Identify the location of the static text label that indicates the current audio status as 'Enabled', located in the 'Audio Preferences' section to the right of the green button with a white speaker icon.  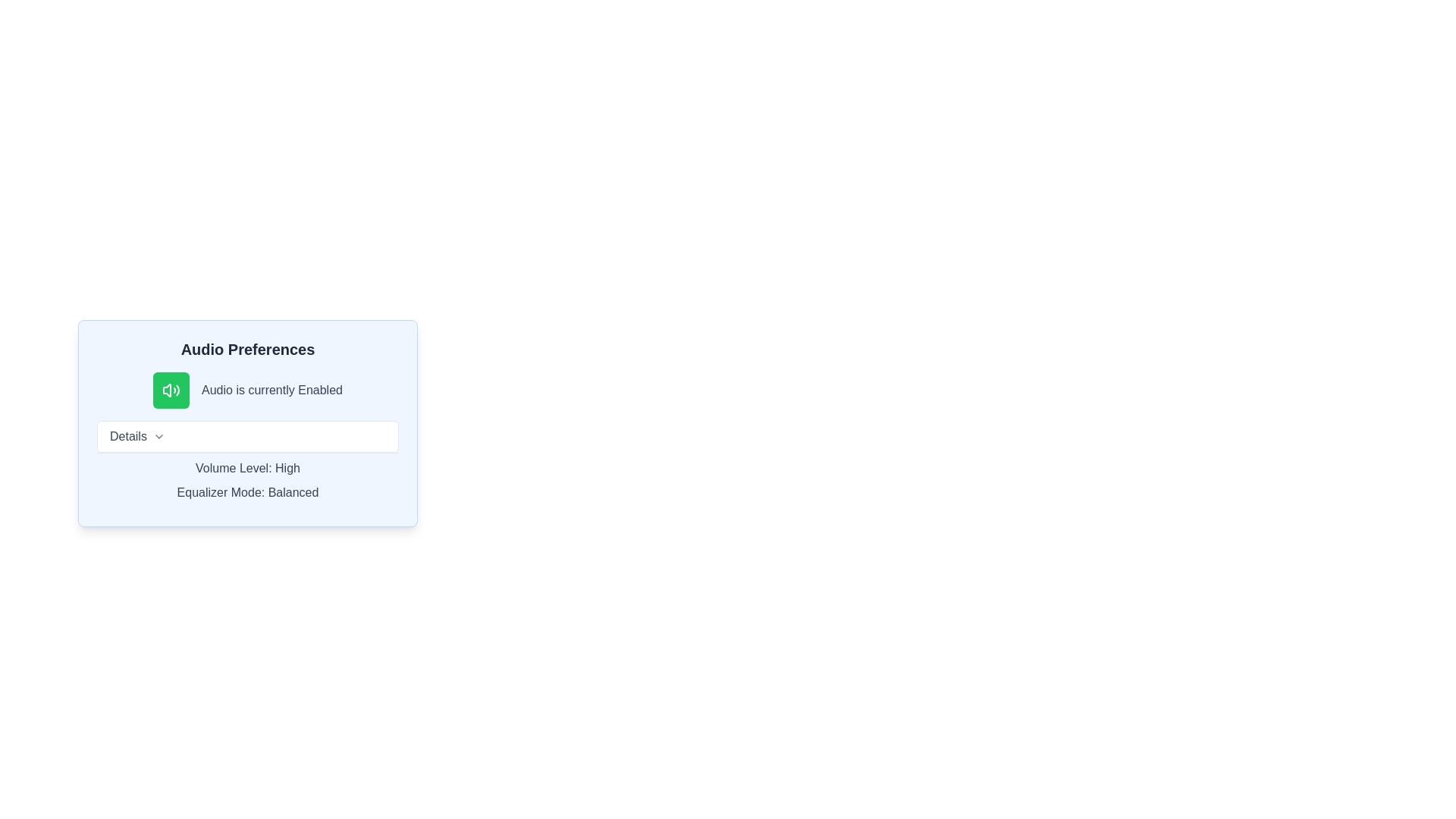
(272, 390).